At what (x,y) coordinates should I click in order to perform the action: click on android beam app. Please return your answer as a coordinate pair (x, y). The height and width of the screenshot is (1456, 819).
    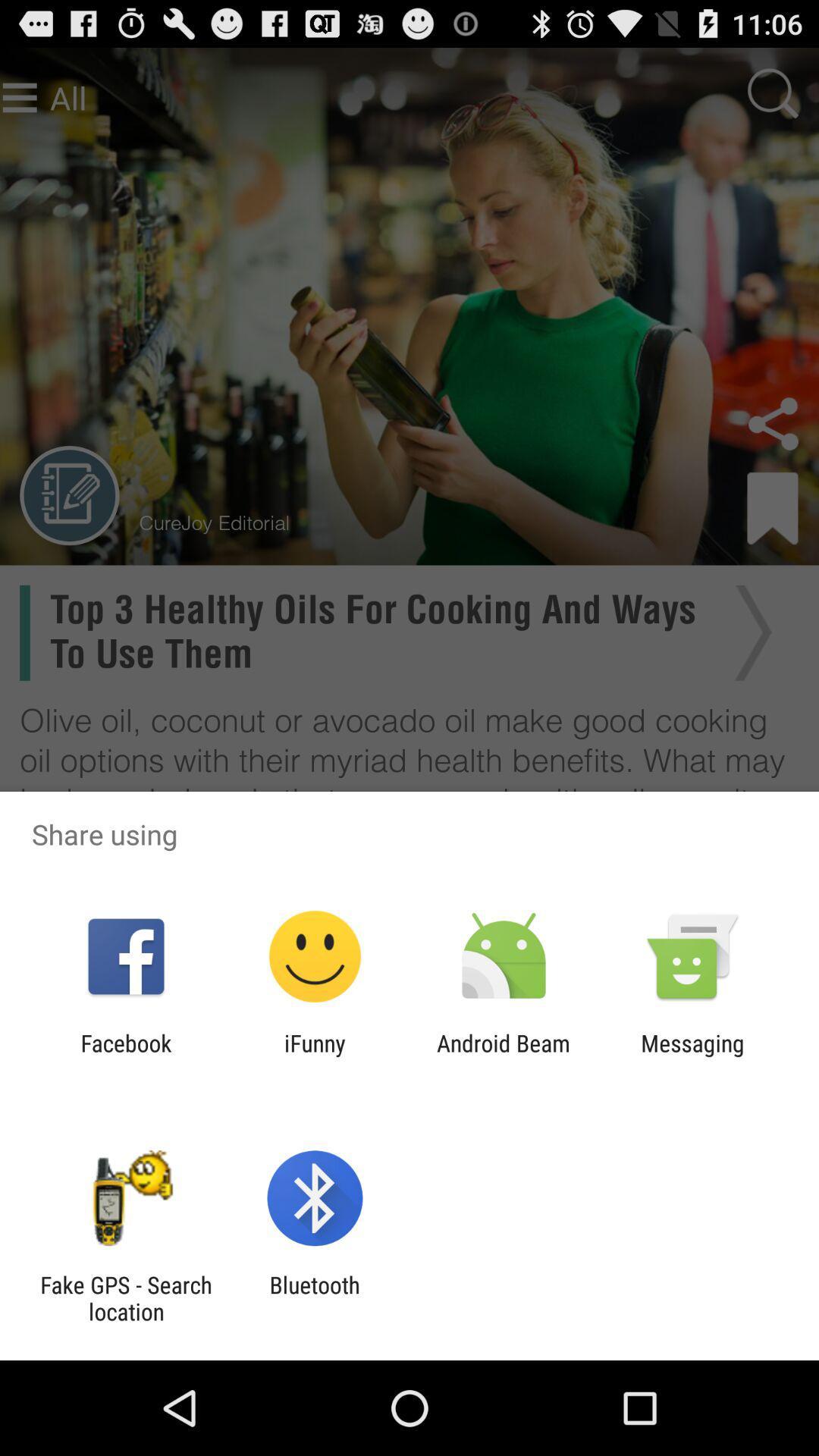
    Looking at the image, I should click on (504, 1056).